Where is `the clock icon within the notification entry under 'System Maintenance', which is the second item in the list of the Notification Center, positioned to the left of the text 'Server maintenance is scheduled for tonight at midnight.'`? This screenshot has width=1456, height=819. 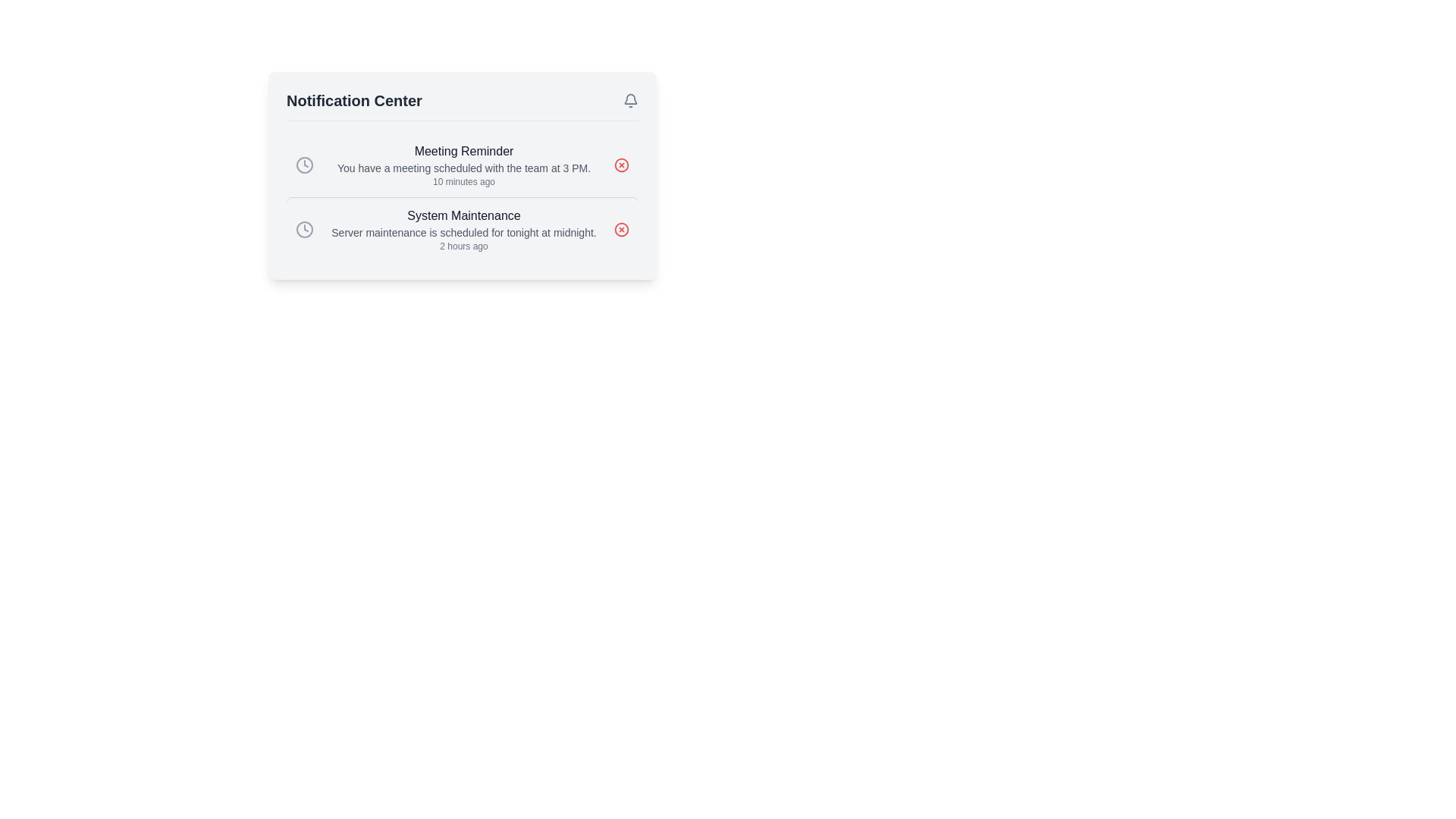 the clock icon within the notification entry under 'System Maintenance', which is the second item in the list of the Notification Center, positioned to the left of the text 'Server maintenance is scheduled for tonight at midnight.' is located at coordinates (304, 230).